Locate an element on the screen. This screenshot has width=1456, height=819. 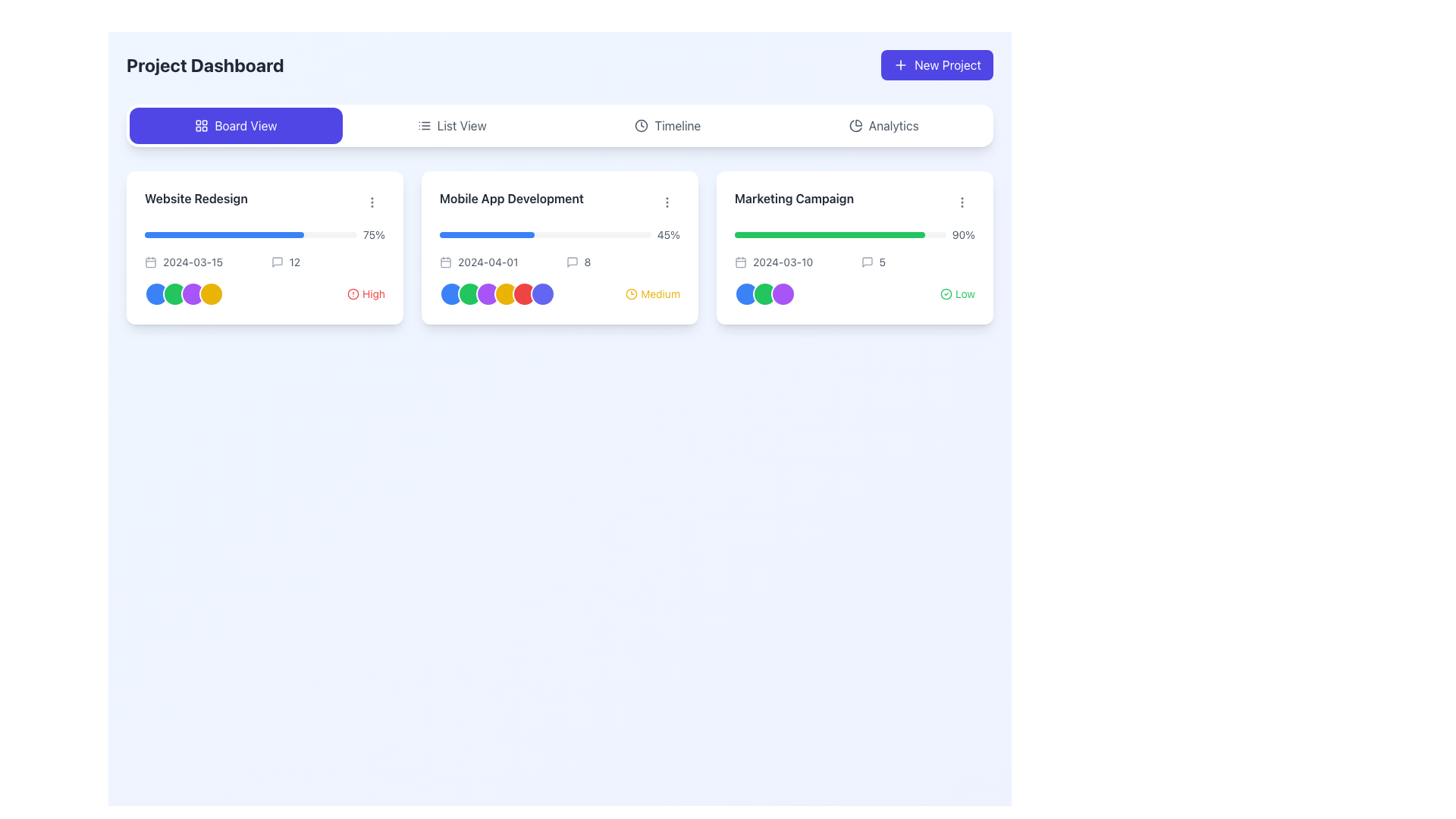
the sixth circular visual indicator located at the bottom of the 'Mobile App Development' card, which serves as a visual indicator for category or status is located at coordinates (542, 294).